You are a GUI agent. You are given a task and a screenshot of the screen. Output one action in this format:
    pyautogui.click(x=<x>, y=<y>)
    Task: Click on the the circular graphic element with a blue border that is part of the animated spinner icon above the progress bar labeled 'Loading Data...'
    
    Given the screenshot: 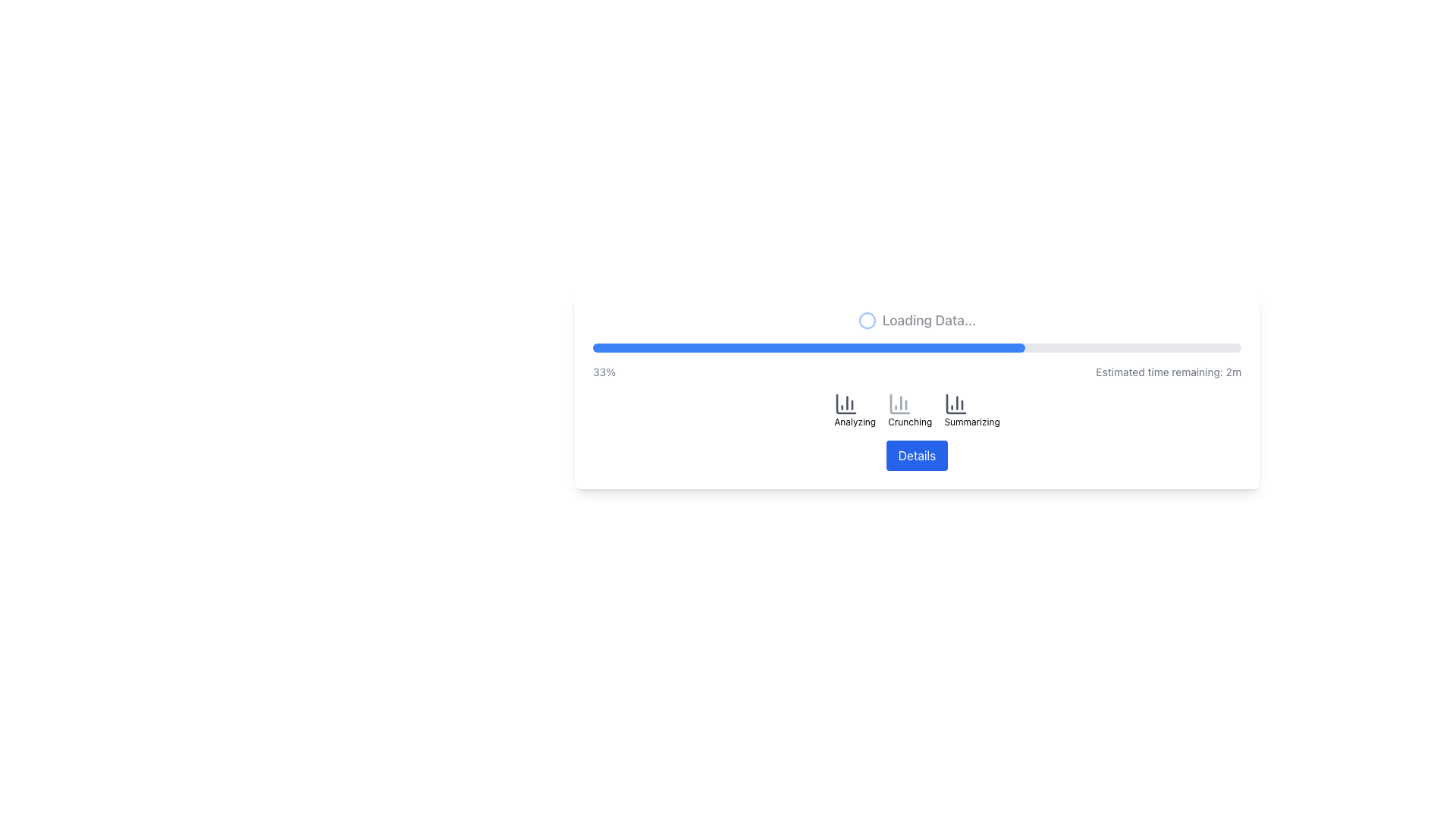 What is the action you would take?
    pyautogui.click(x=867, y=320)
    